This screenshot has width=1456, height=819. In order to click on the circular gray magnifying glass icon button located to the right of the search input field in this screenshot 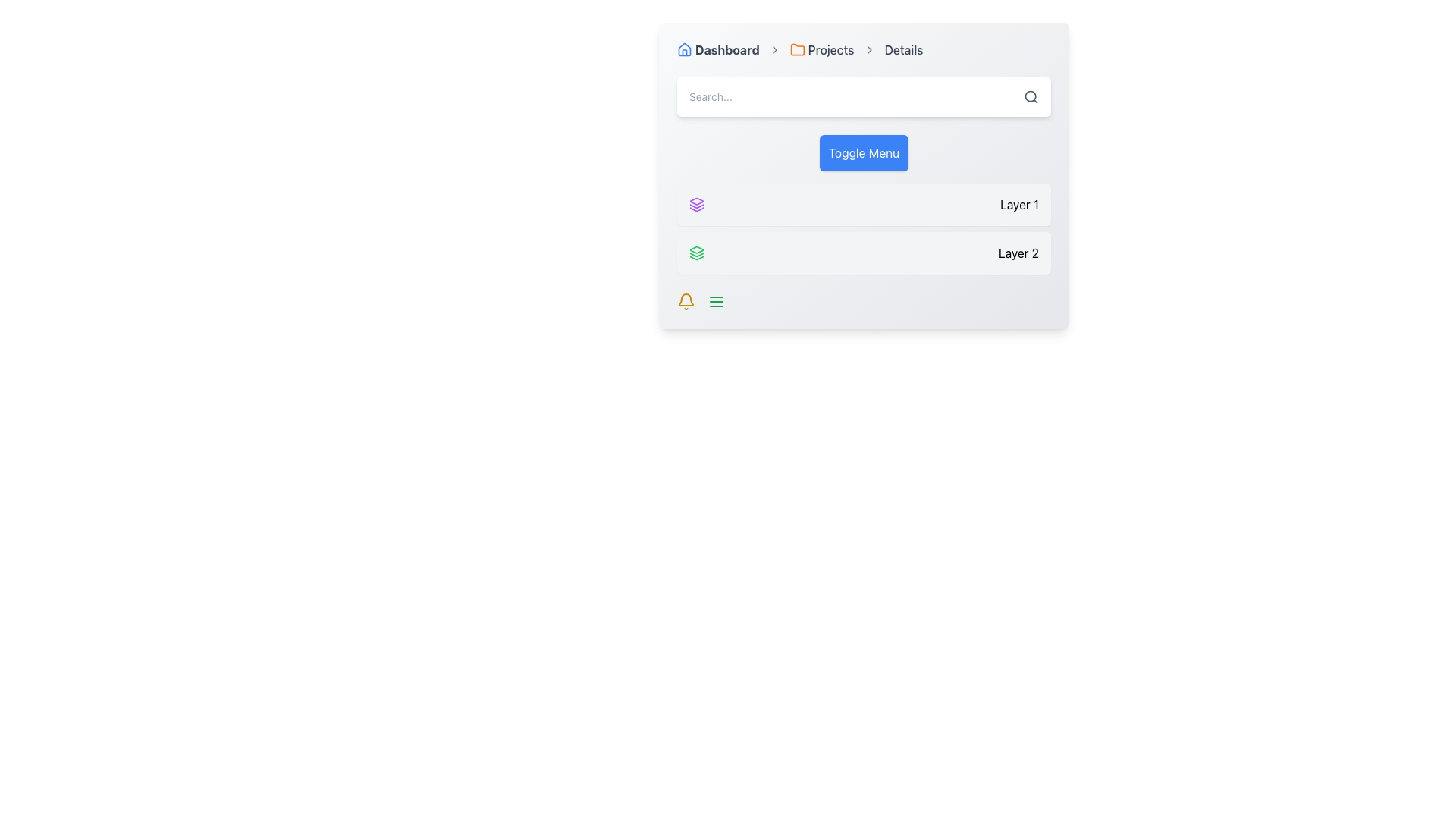, I will do `click(1031, 96)`.